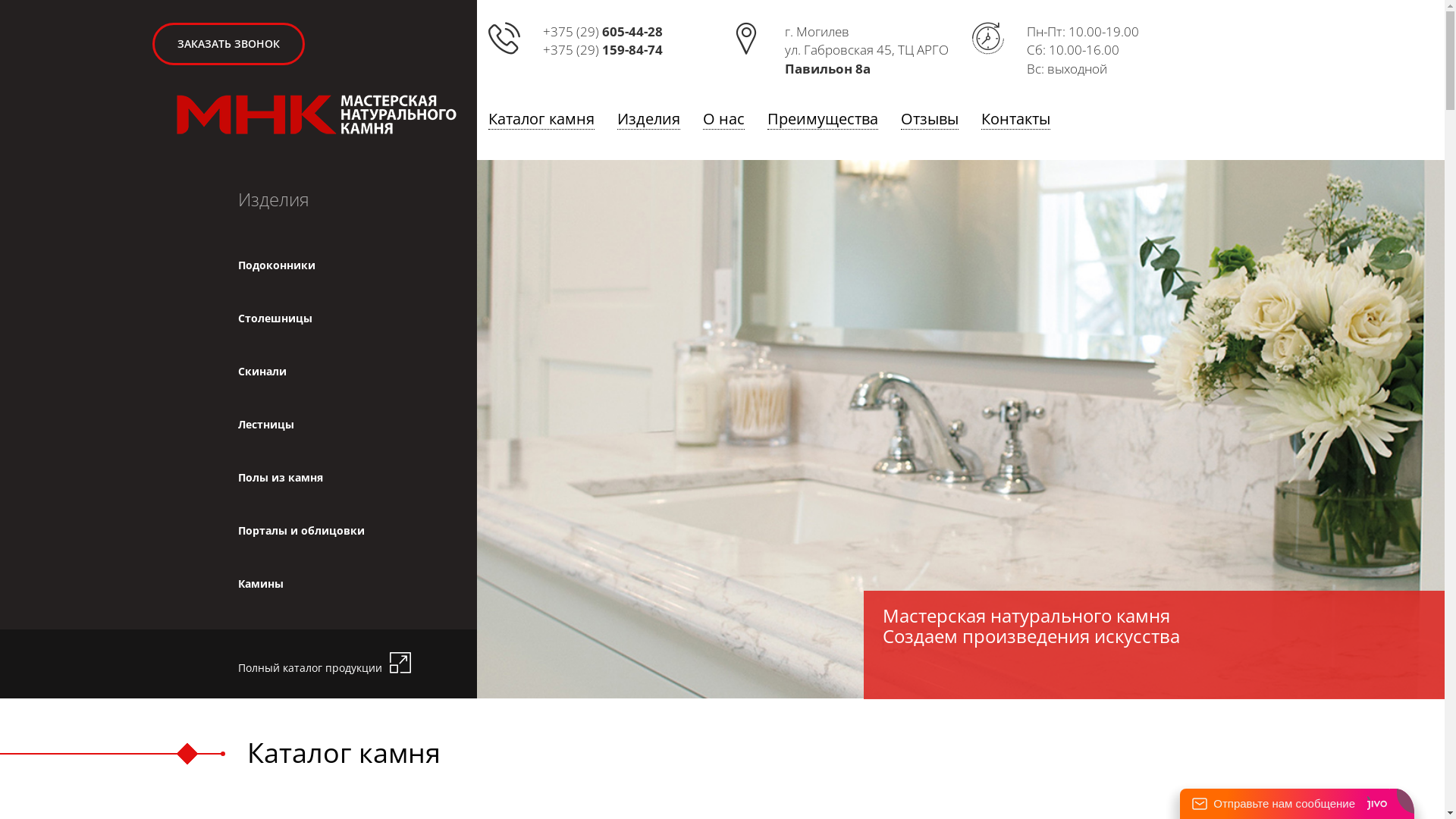 This screenshot has width=1456, height=819. I want to click on '+375 (29) 159-84-74', so click(602, 49).